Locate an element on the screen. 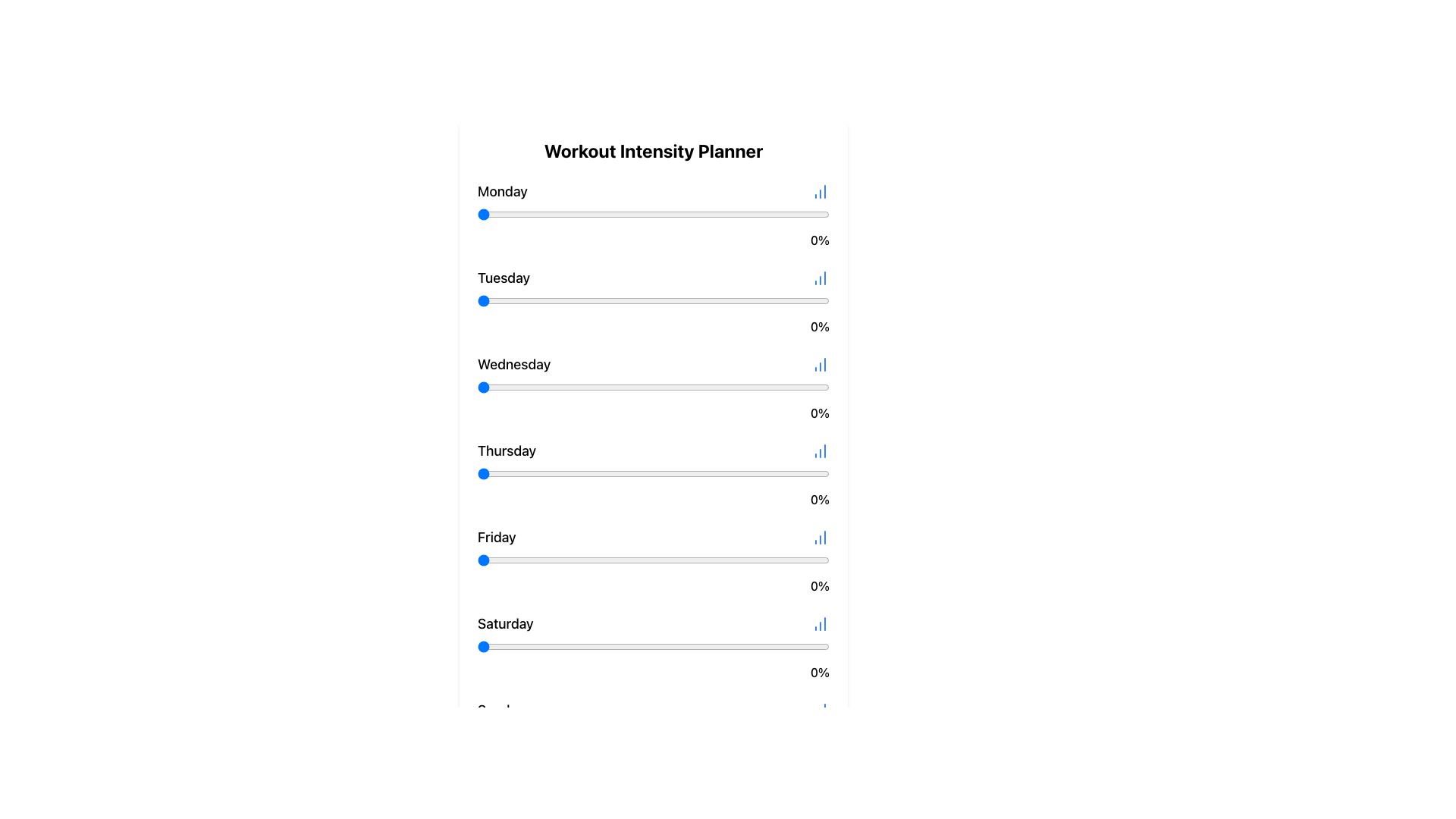 The image size is (1456, 819). the Thursday intensity is located at coordinates (506, 472).